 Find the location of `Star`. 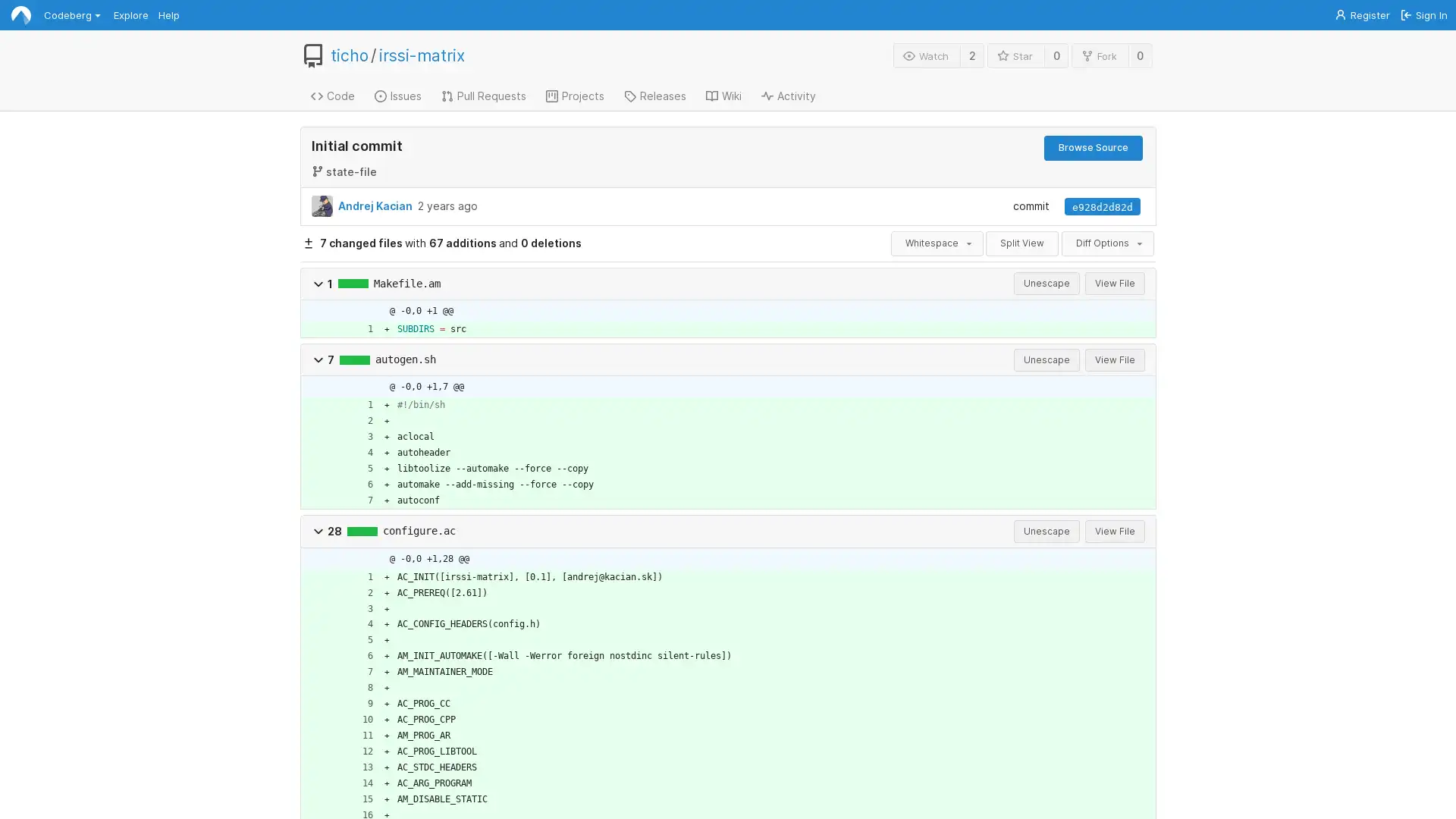

Star is located at coordinates (1015, 55).